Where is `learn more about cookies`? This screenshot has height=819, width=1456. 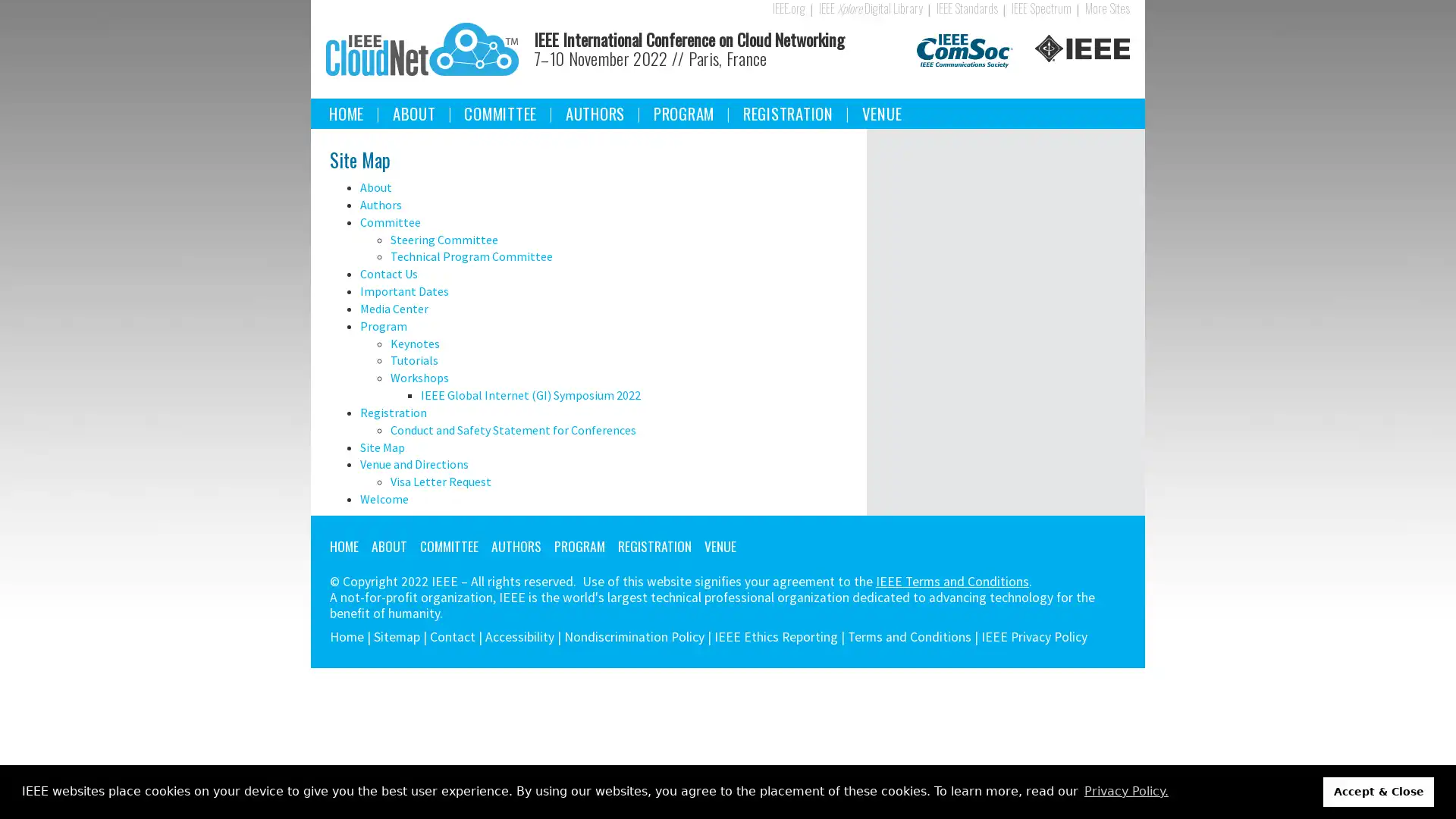 learn more about cookies is located at coordinates (1125, 791).